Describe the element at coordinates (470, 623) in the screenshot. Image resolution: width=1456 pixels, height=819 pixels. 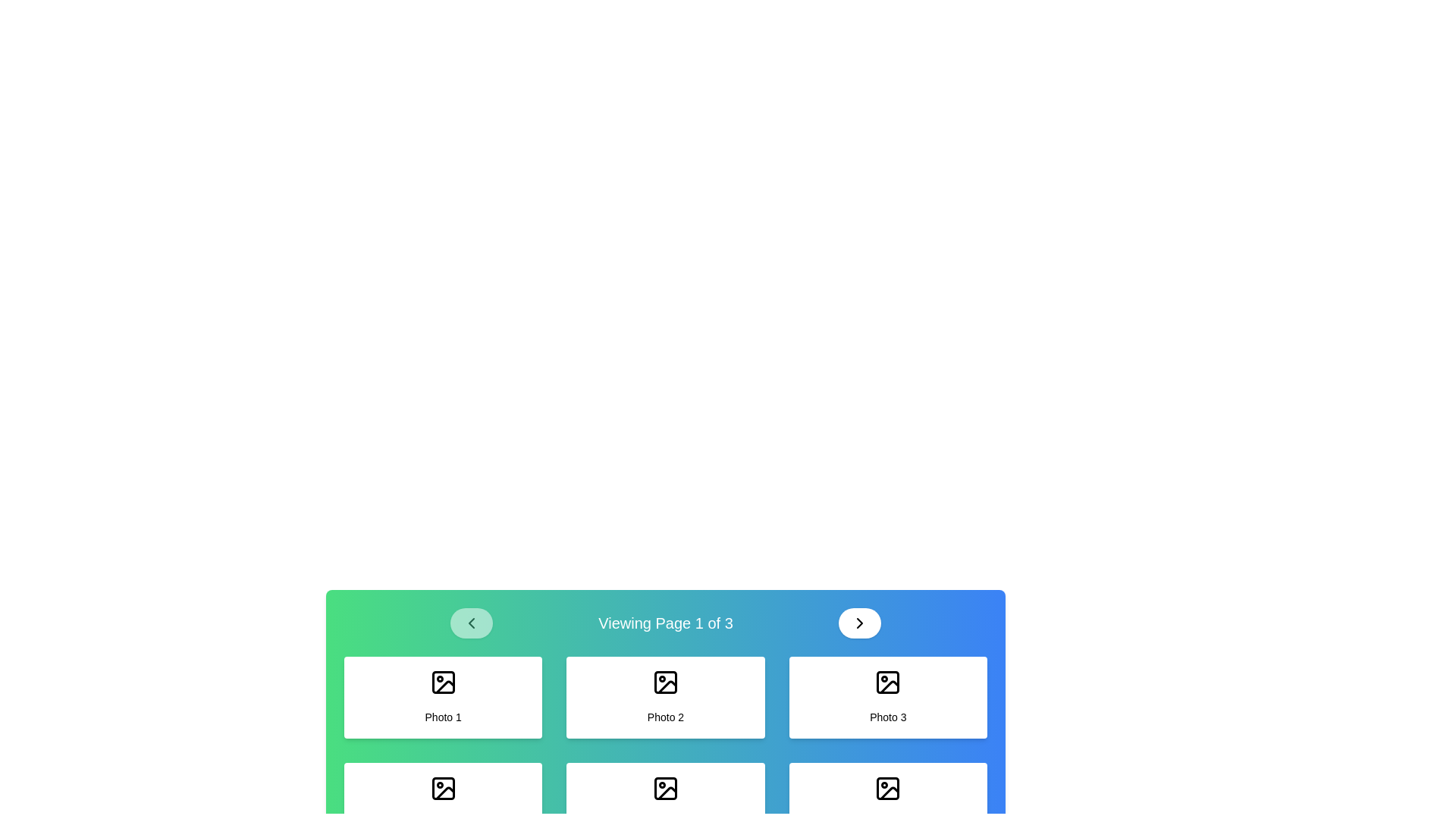
I see `the Chevron Left icon located inside the circular button on the left side of the navigation bar` at that location.